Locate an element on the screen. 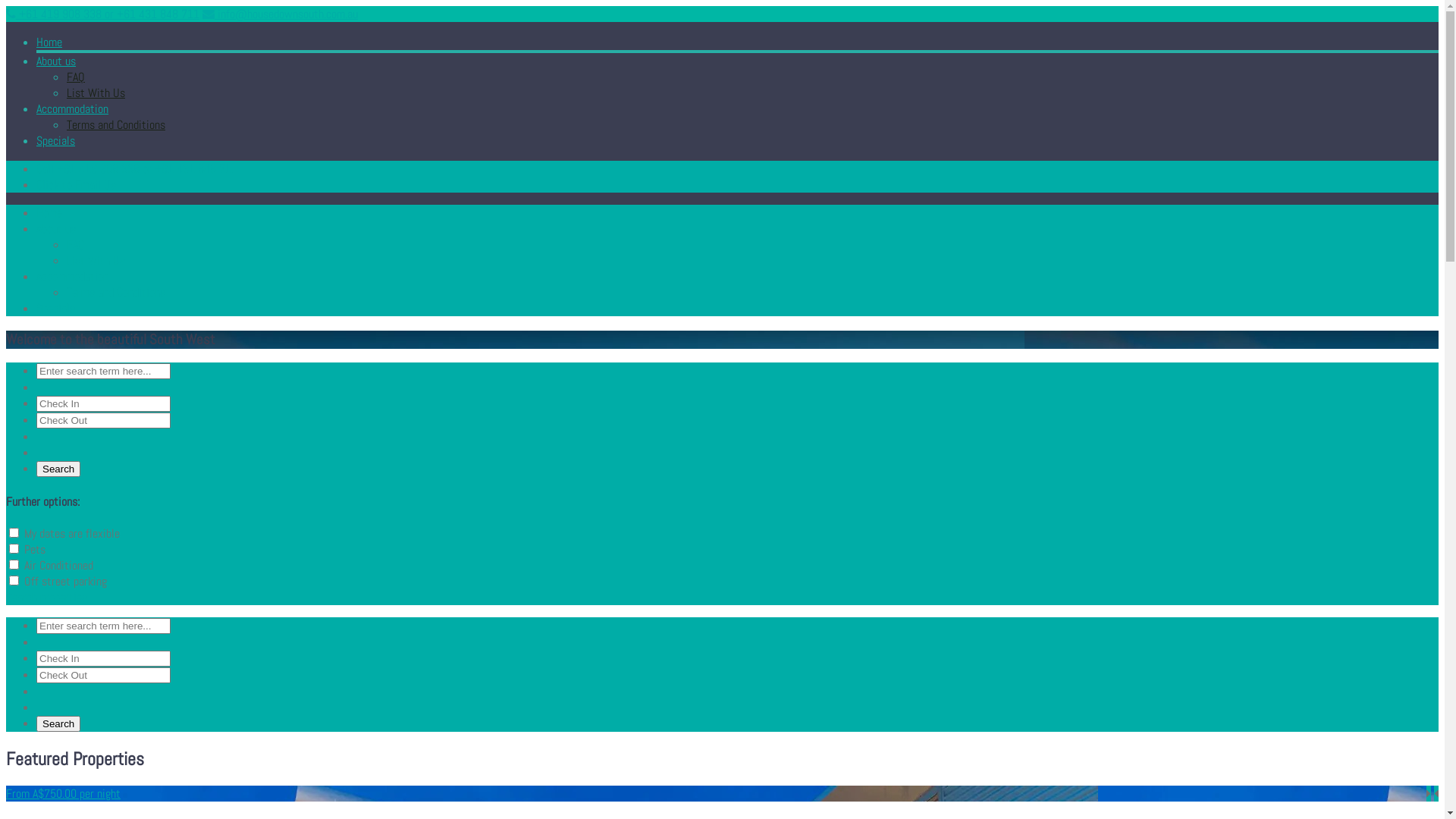 This screenshot has height=819, width=1456. '+61 419 908 338 or +61 431 848 711' is located at coordinates (102, 14).